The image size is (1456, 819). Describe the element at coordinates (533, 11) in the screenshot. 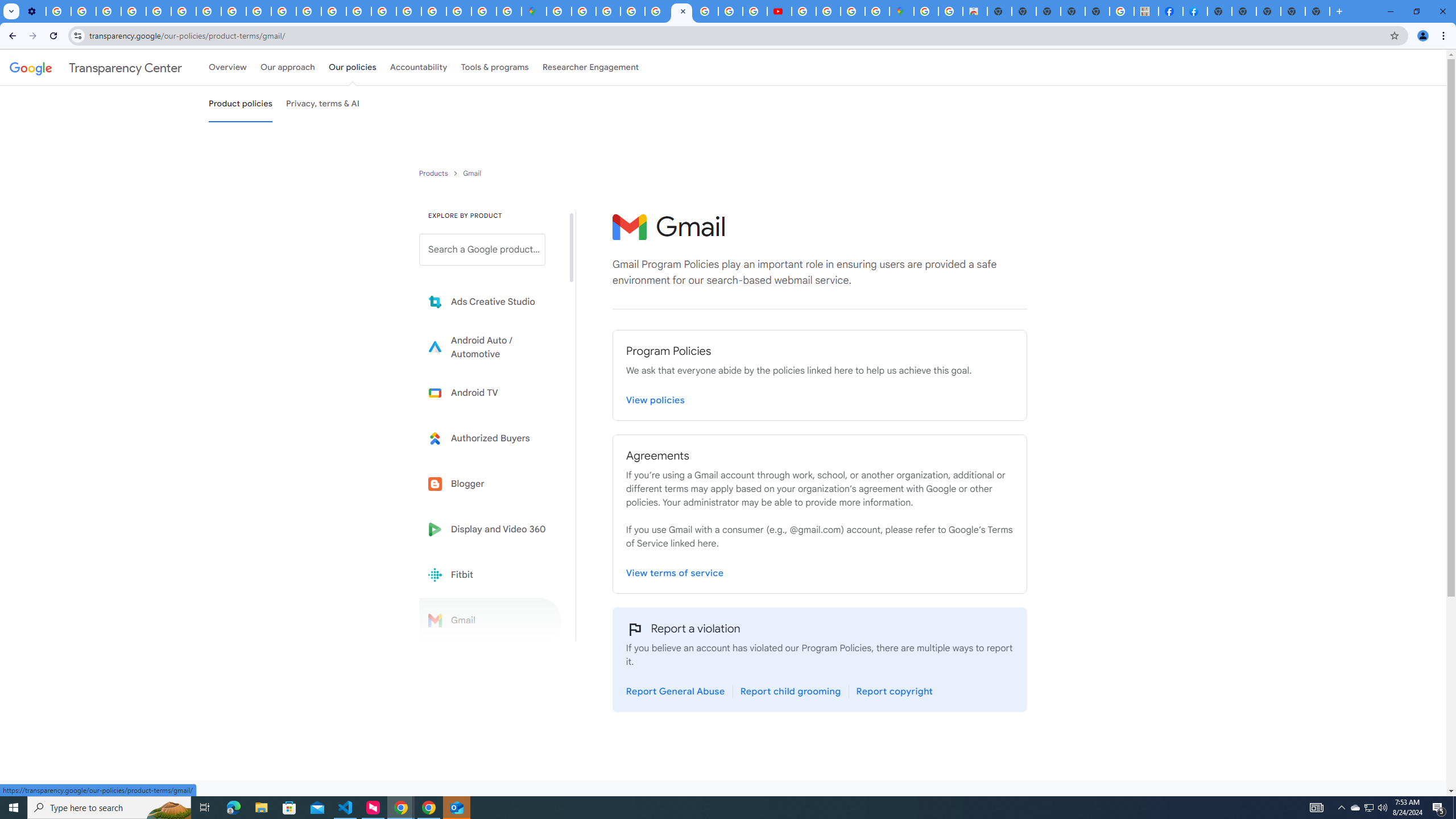

I see `'Google Maps'` at that location.